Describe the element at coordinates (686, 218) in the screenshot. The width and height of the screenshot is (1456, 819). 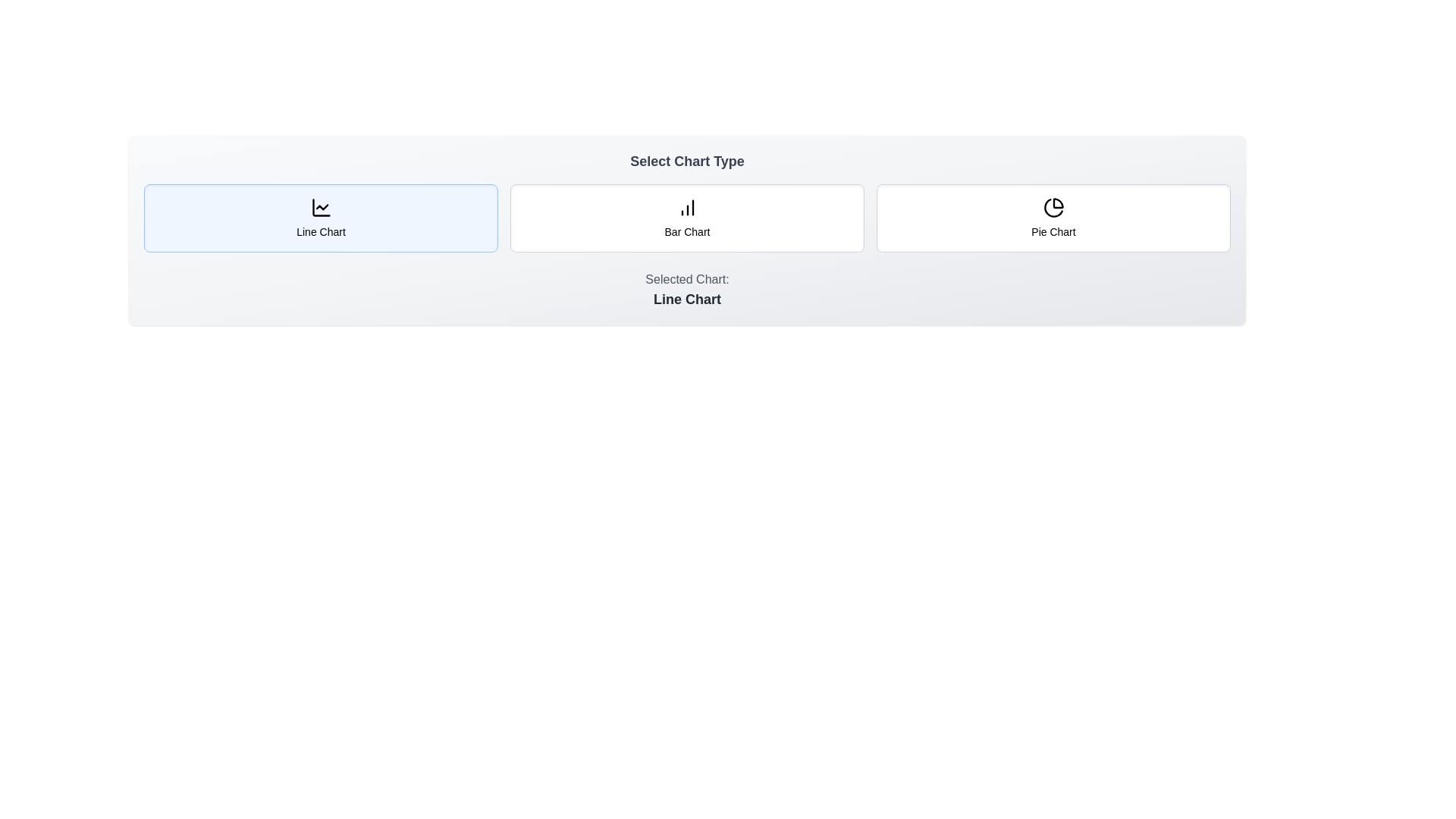
I see `the chart type button corresponding to Bar Chart` at that location.